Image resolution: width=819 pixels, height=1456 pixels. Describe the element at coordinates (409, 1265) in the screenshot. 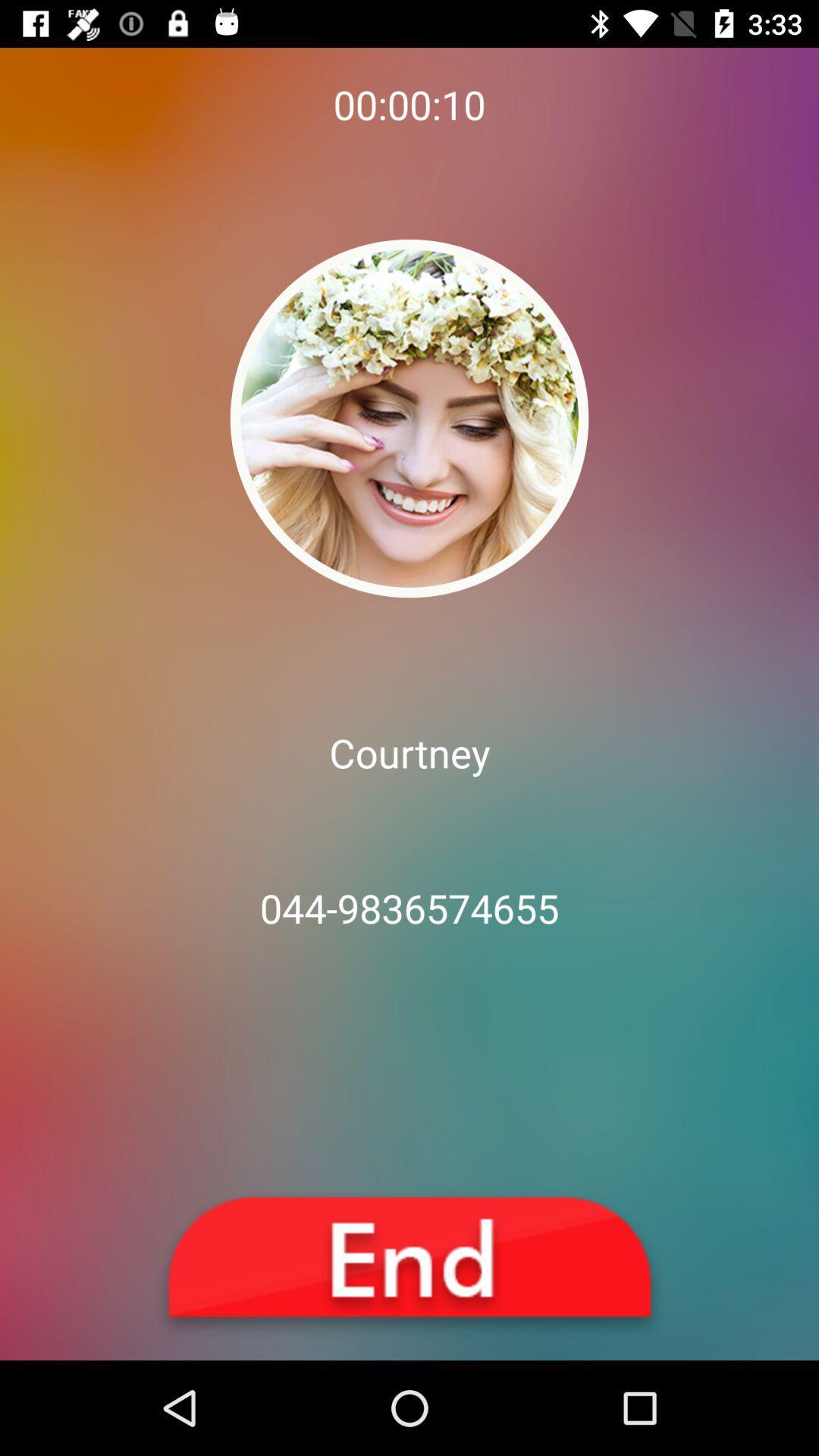

I see `the icon below the 044-9836574655` at that location.